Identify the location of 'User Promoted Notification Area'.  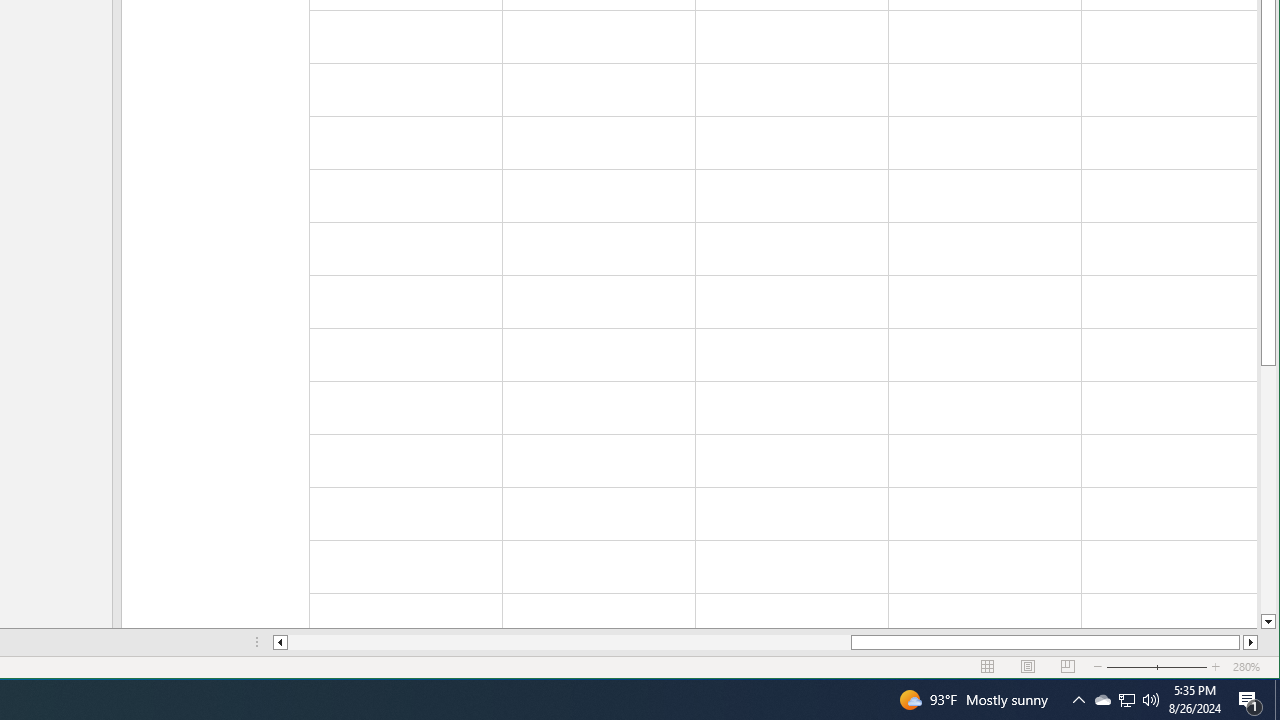
(1127, 698).